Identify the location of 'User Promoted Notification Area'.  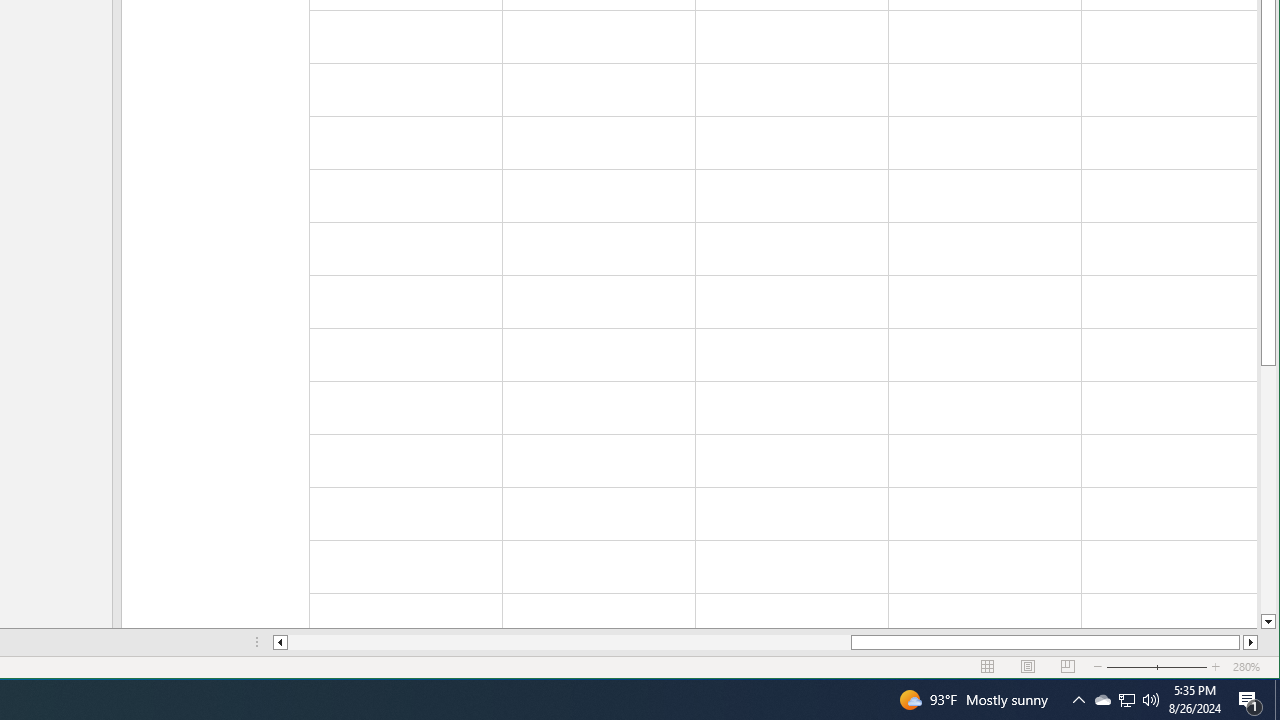
(1127, 698).